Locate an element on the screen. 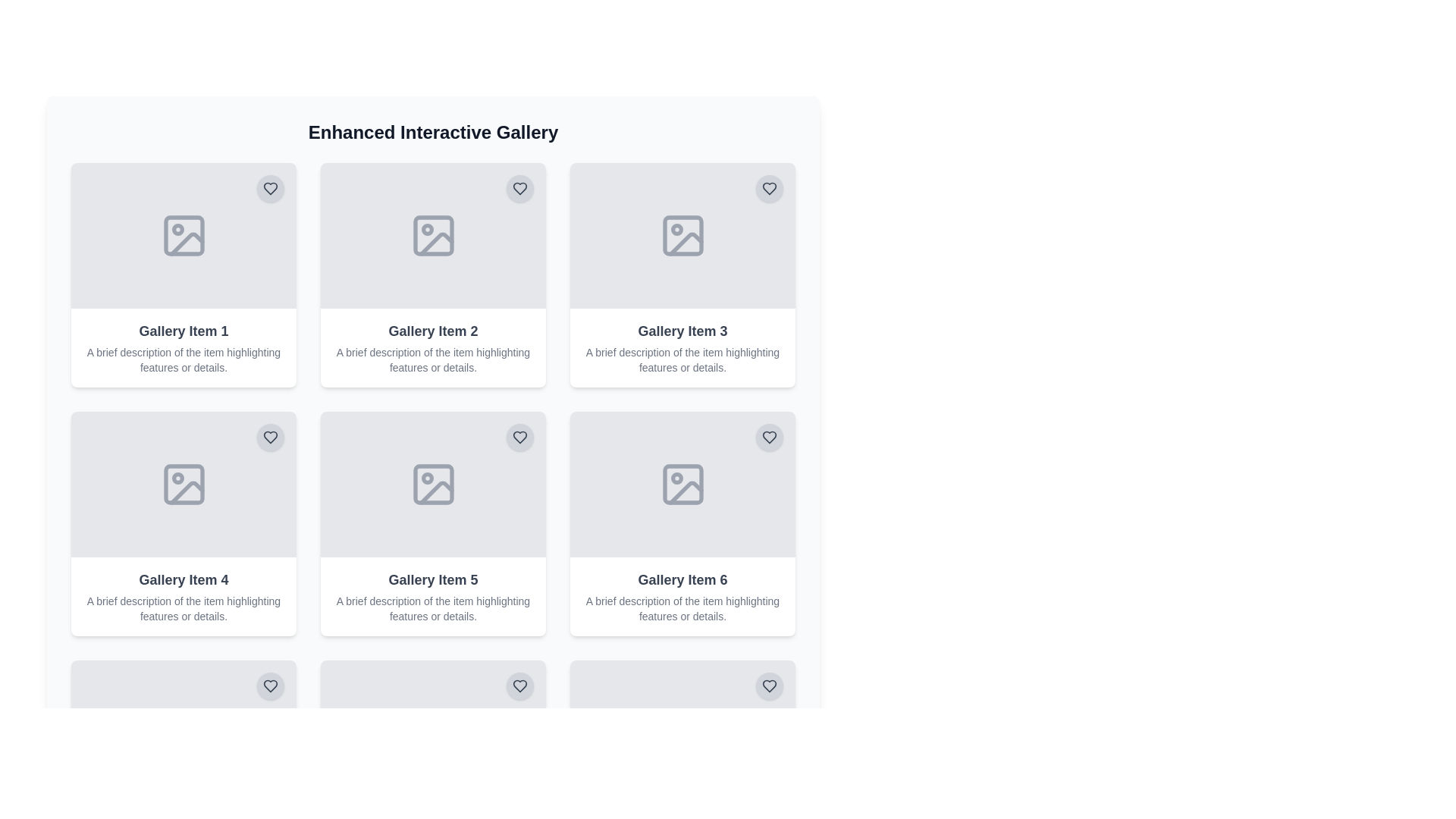 The height and width of the screenshot is (819, 1456). the round button with a heart icon located at the top-right corner of 'Gallery Item 3' to like or favorite the item is located at coordinates (769, 188).